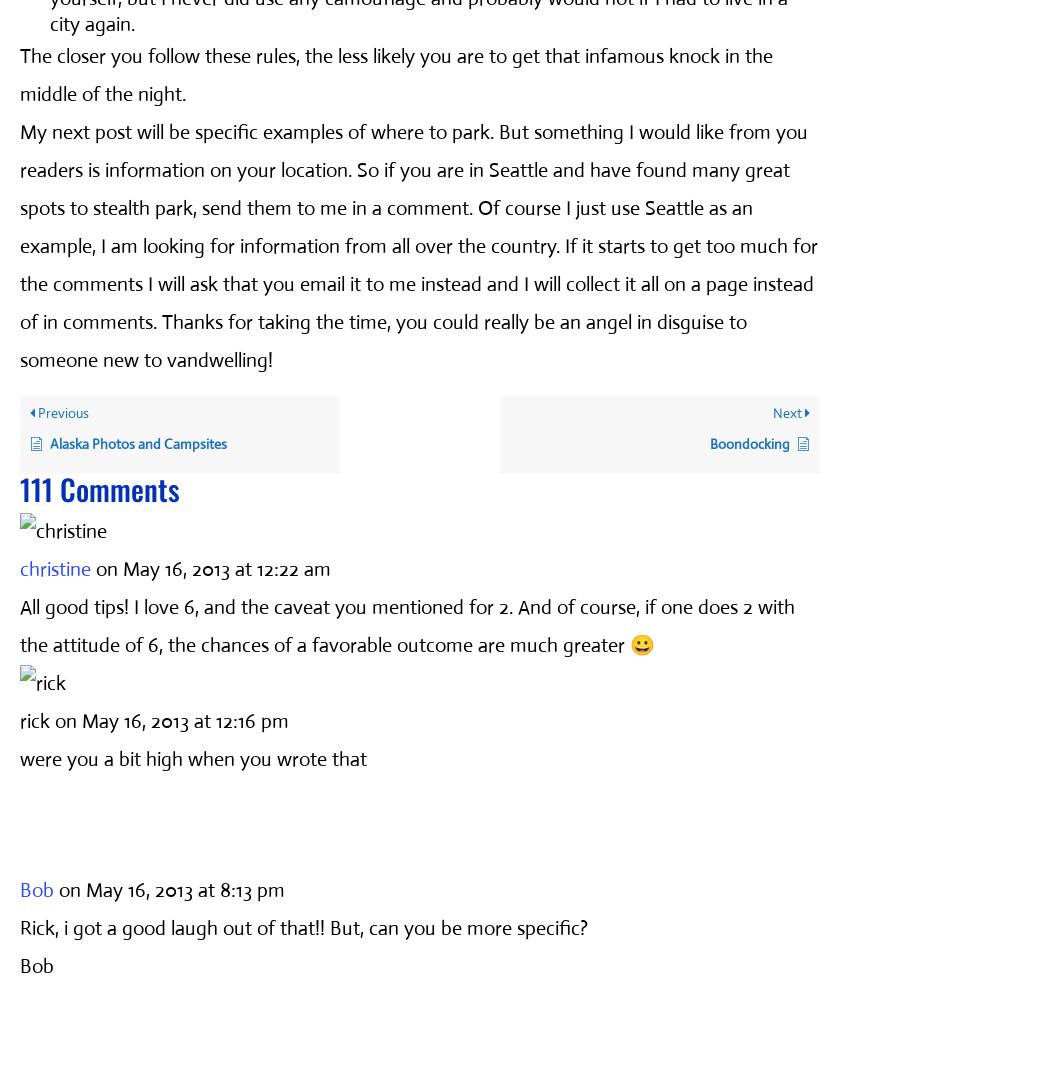 The height and width of the screenshot is (1074, 1050). Describe the element at coordinates (54, 567) in the screenshot. I see `'christine'` at that location.